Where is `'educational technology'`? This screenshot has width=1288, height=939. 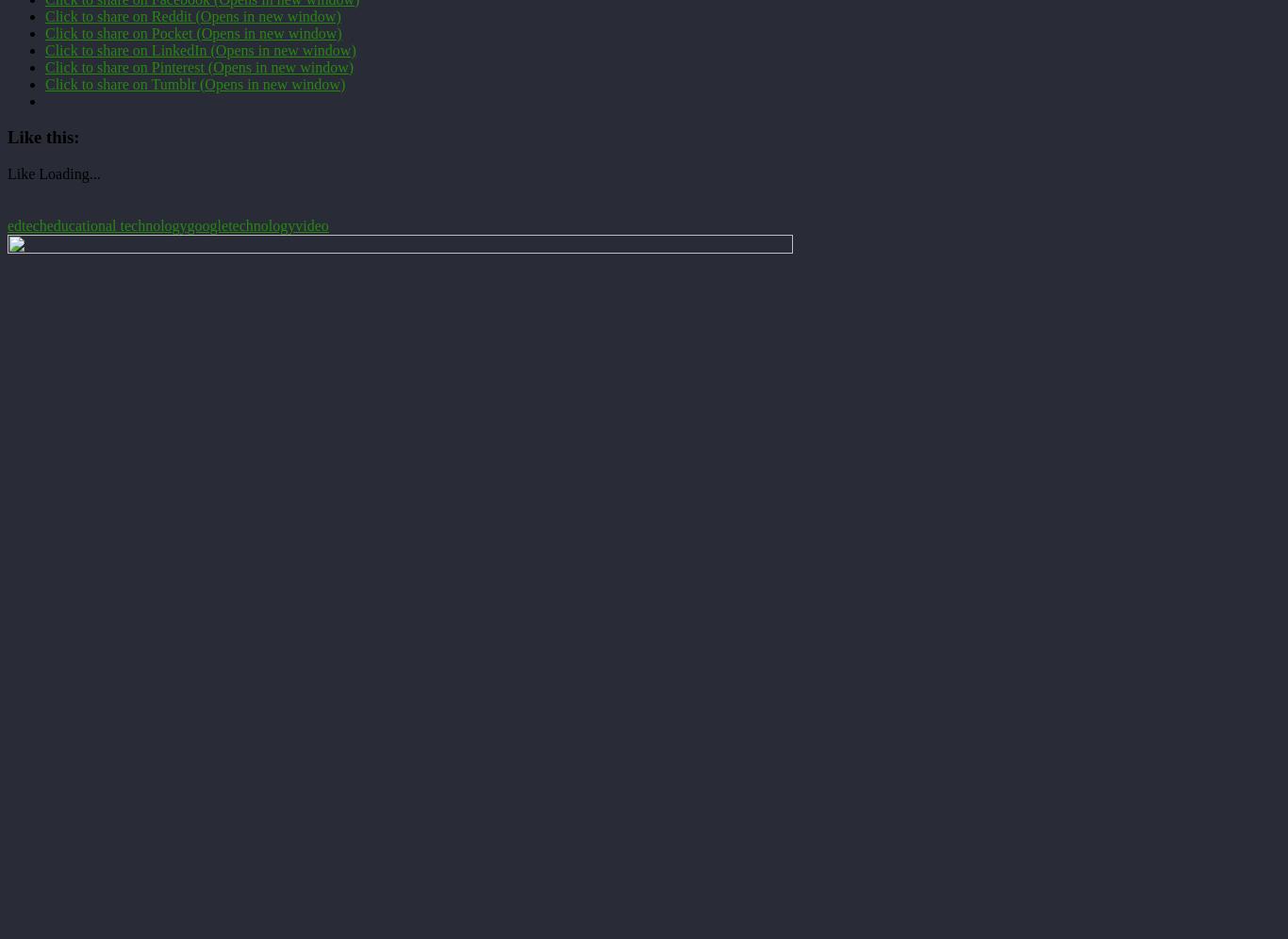 'educational technology' is located at coordinates (115, 224).